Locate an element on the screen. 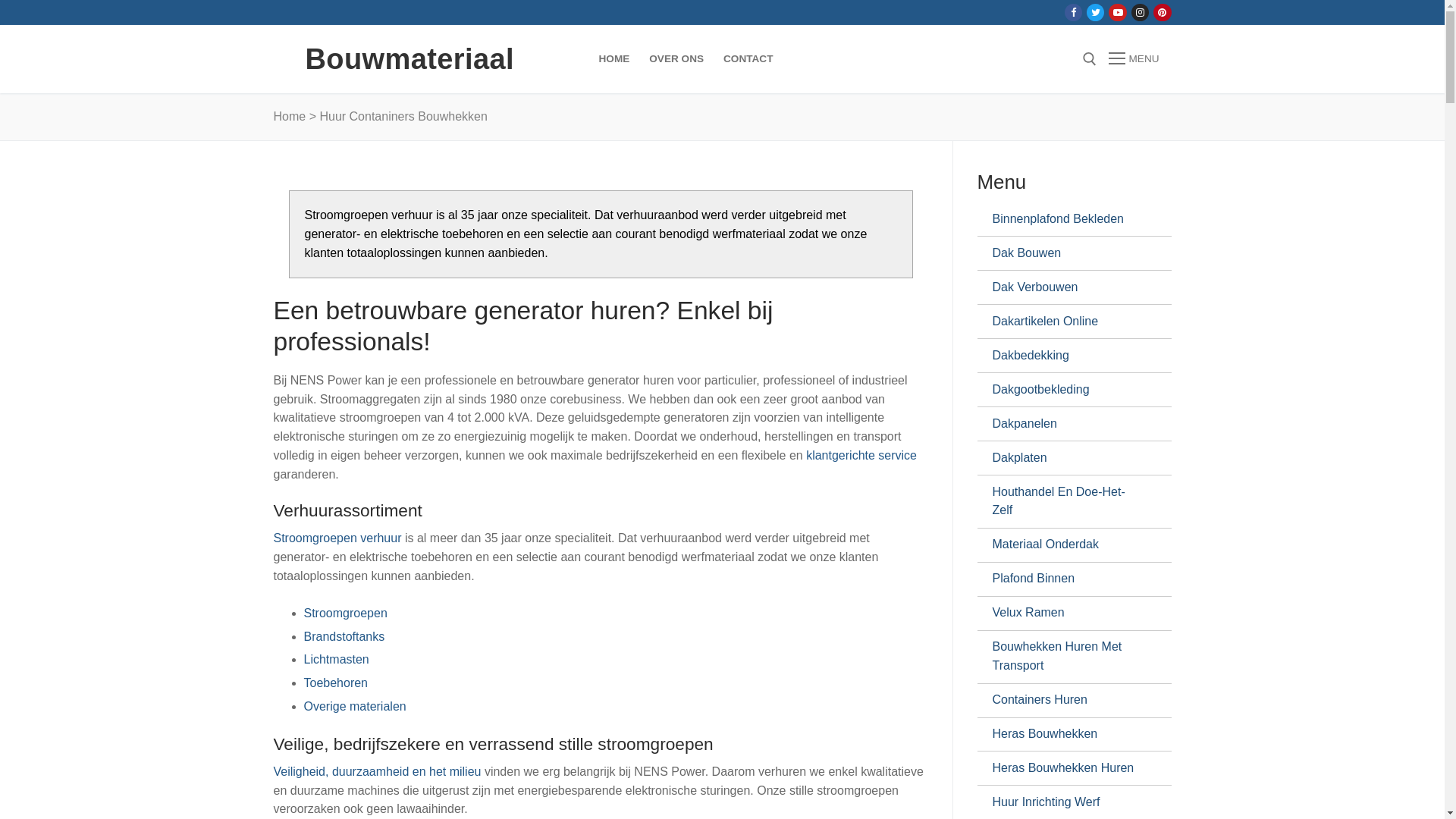 The height and width of the screenshot is (819, 1456). 'MENU' is located at coordinates (1133, 58).